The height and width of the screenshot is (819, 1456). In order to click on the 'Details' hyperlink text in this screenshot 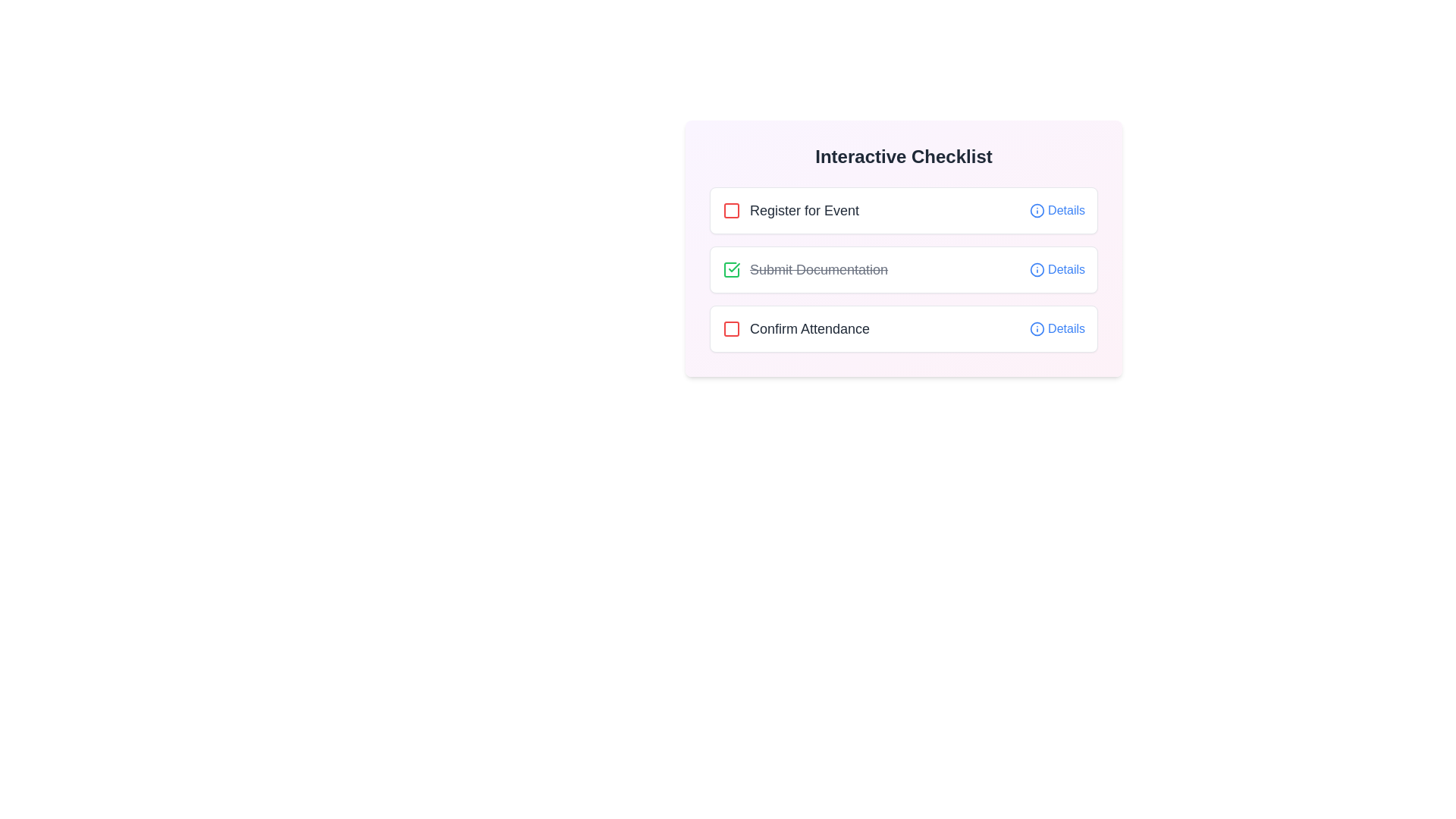, I will do `click(1065, 328)`.